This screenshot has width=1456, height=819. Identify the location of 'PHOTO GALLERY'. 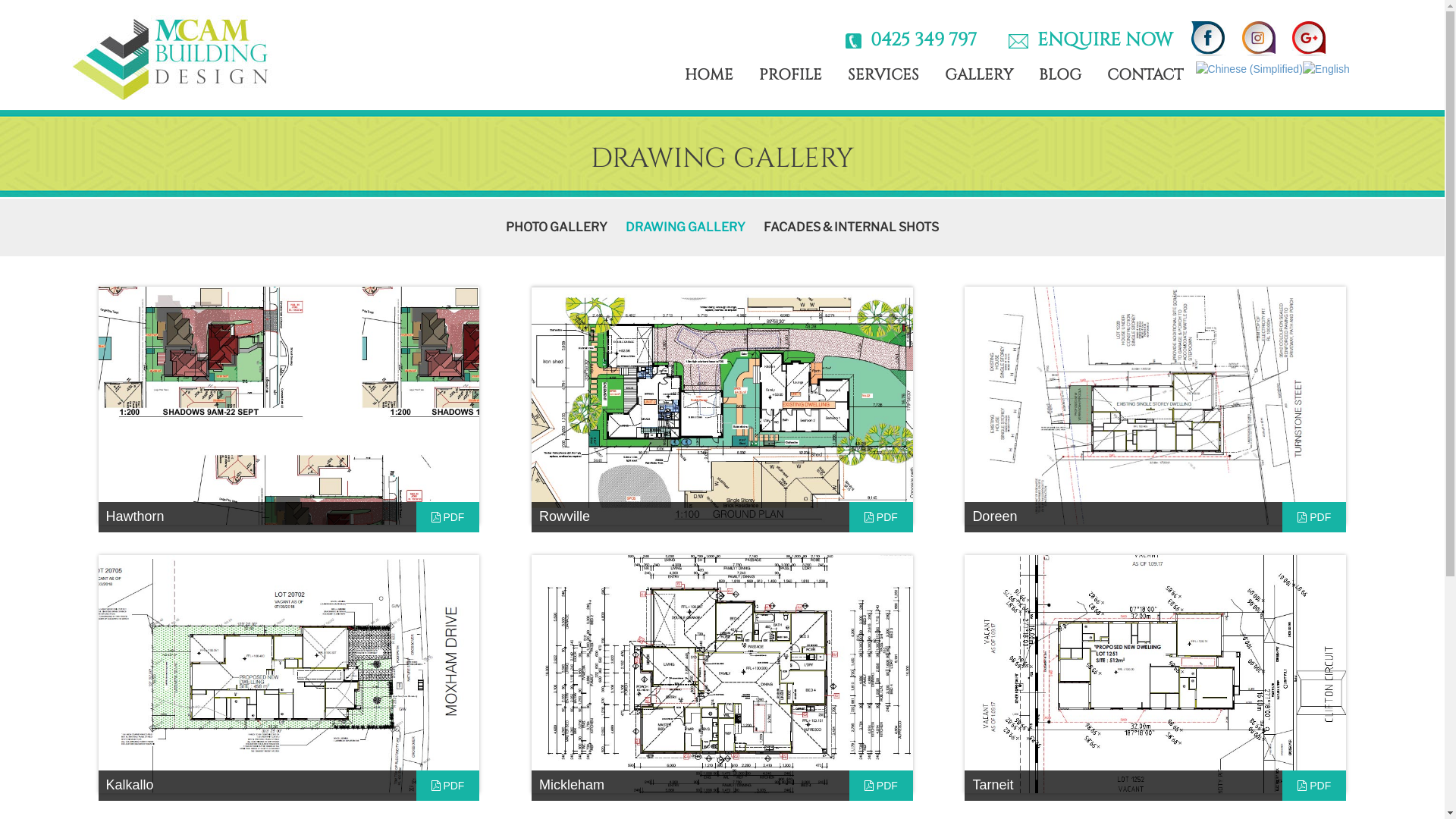
(556, 227).